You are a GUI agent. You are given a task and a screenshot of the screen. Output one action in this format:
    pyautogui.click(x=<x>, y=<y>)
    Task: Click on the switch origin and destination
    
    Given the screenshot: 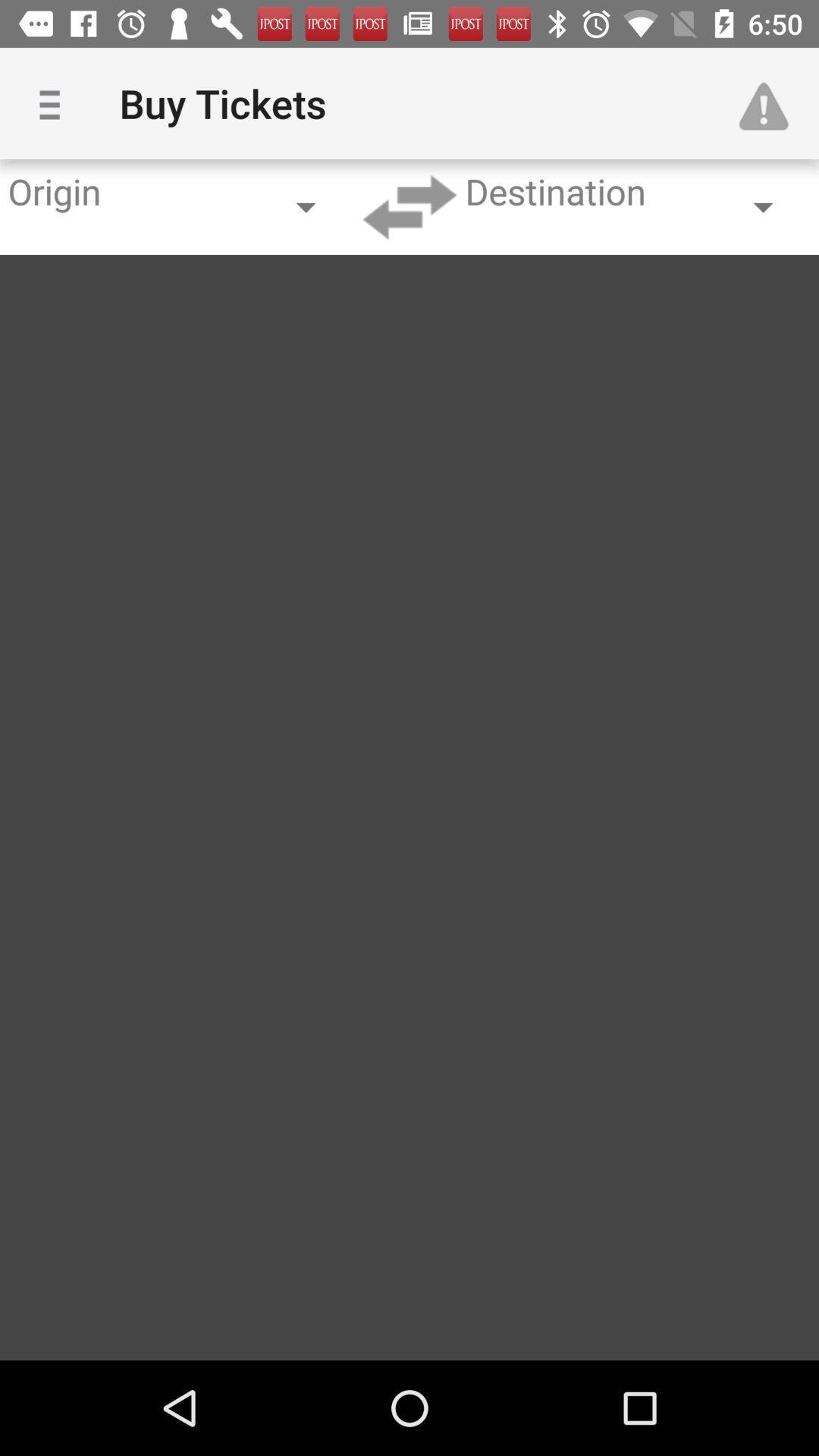 What is the action you would take?
    pyautogui.click(x=409, y=206)
    